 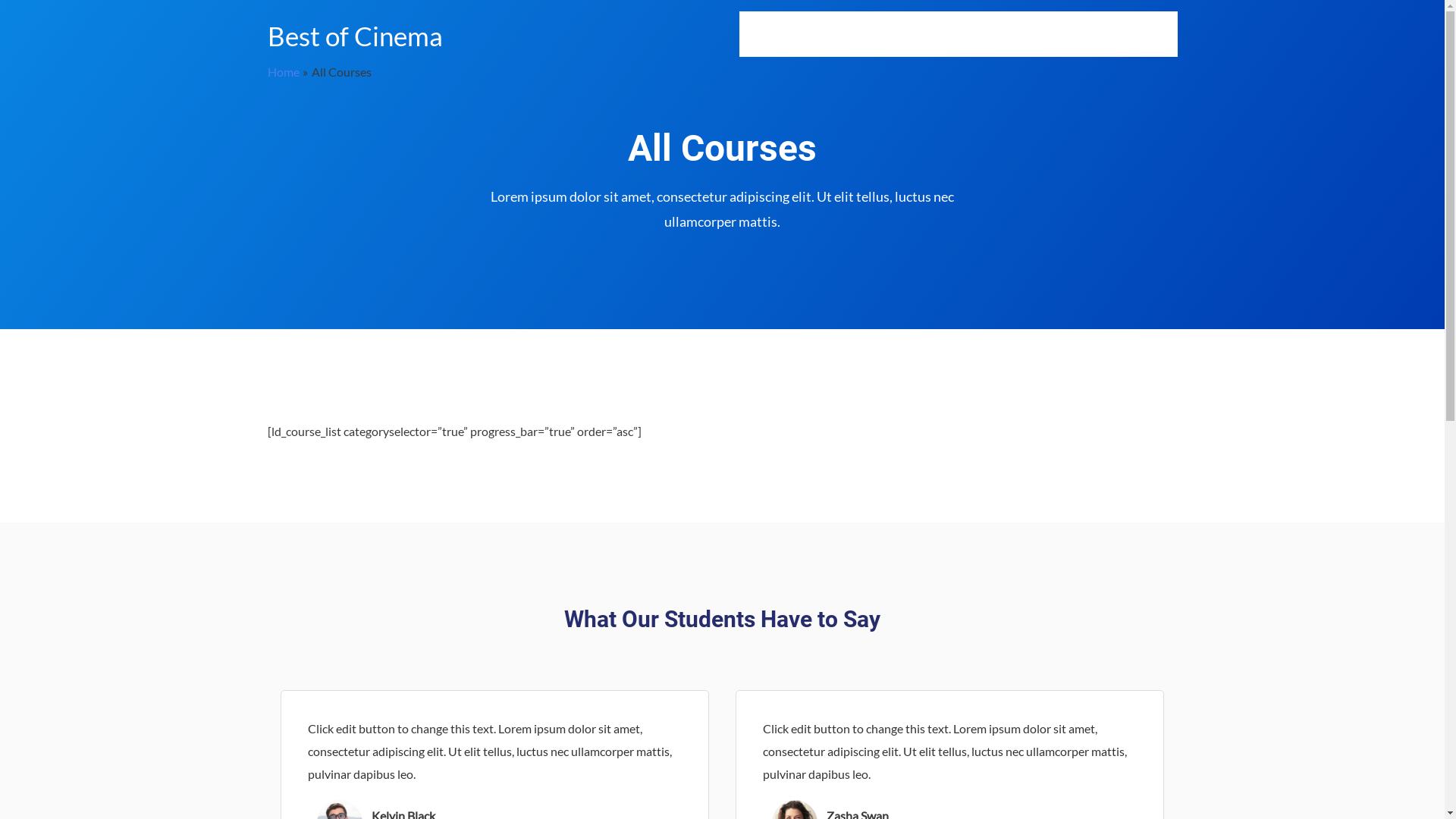 What do you see at coordinates (266, 71) in the screenshot?
I see `'Home'` at bounding box center [266, 71].